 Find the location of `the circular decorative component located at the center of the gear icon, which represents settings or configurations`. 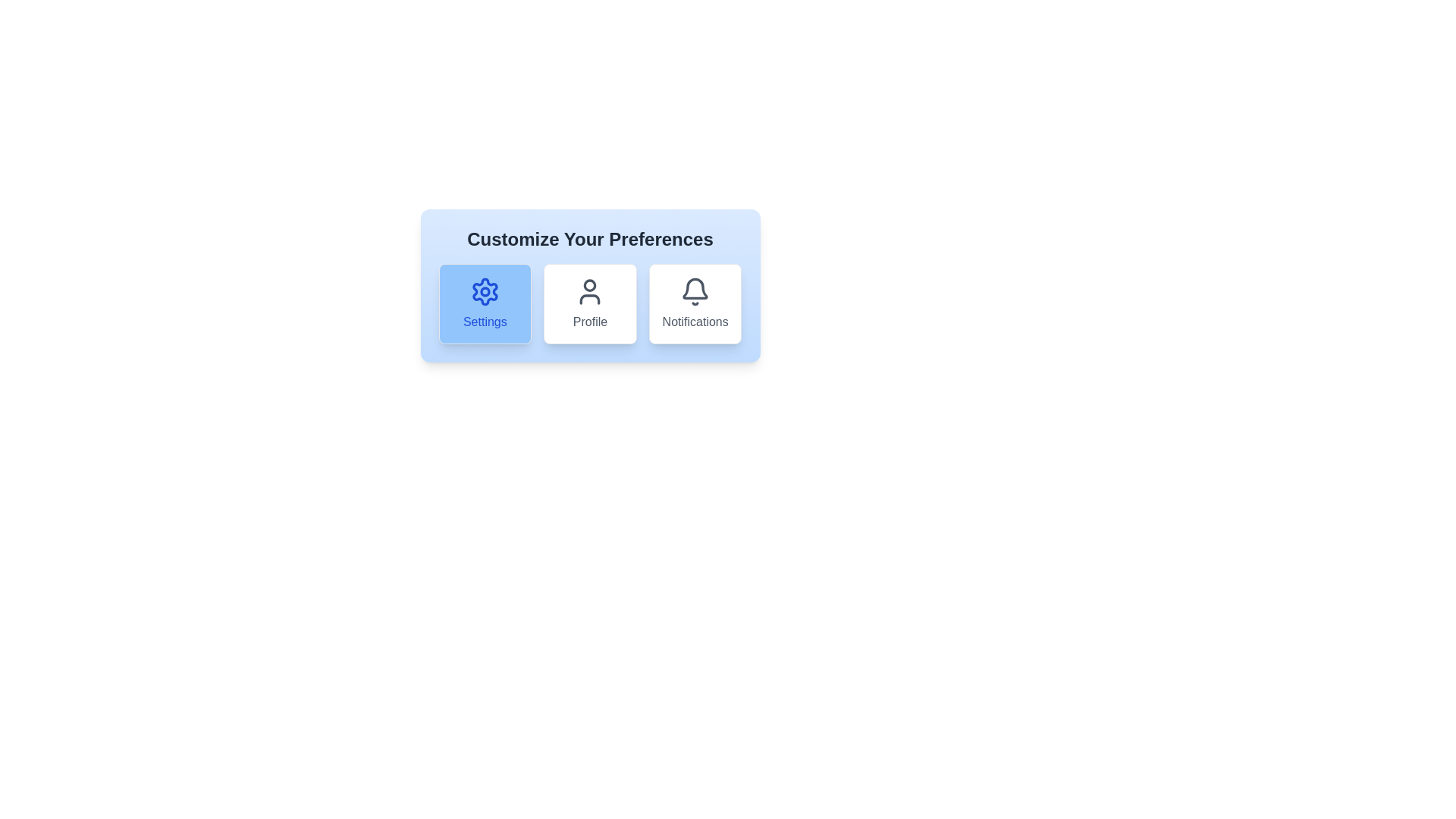

the circular decorative component located at the center of the gear icon, which represents settings or configurations is located at coordinates (484, 292).